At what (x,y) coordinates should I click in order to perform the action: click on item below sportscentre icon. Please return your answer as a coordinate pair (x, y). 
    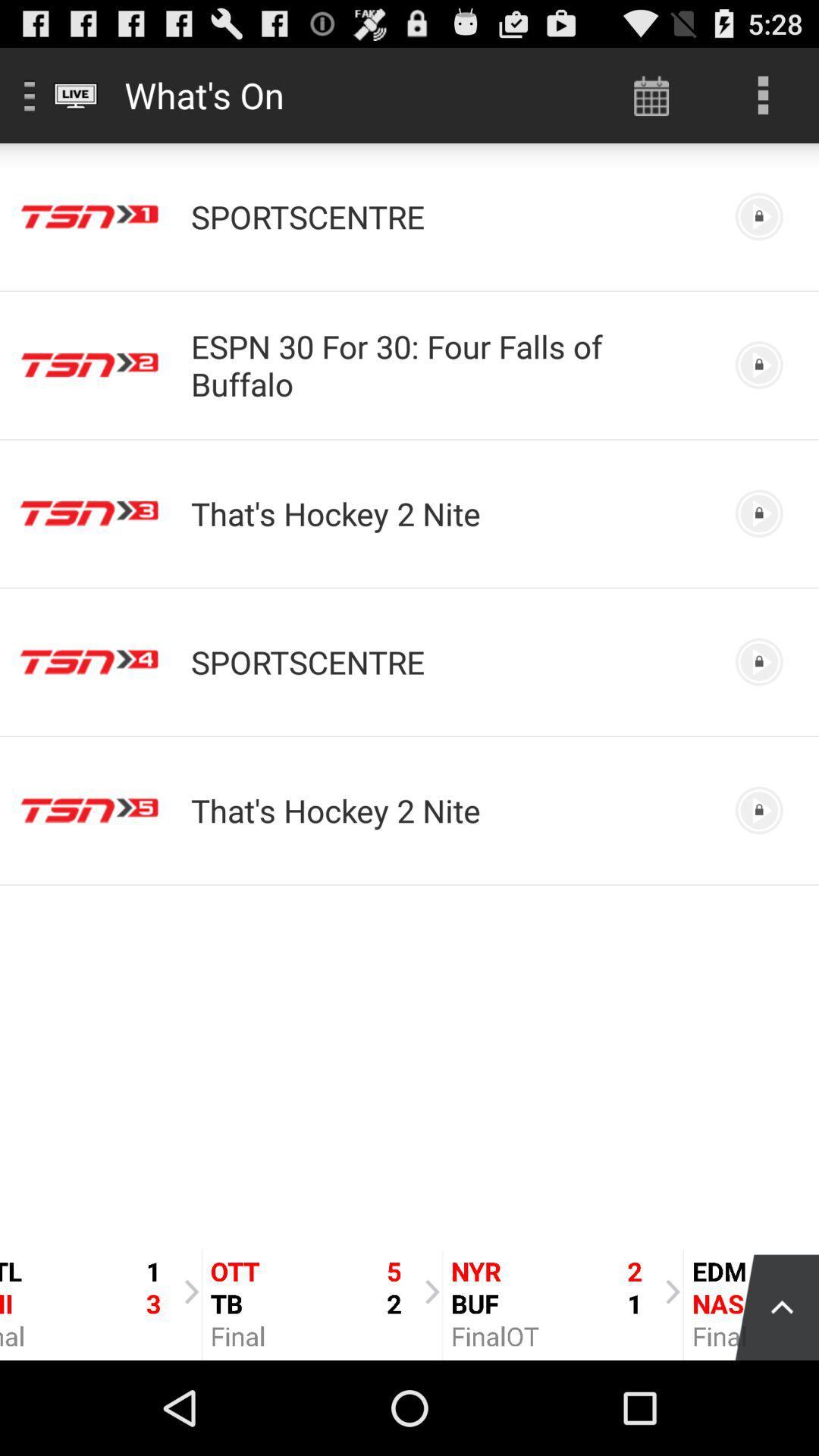
    Looking at the image, I should click on (449, 365).